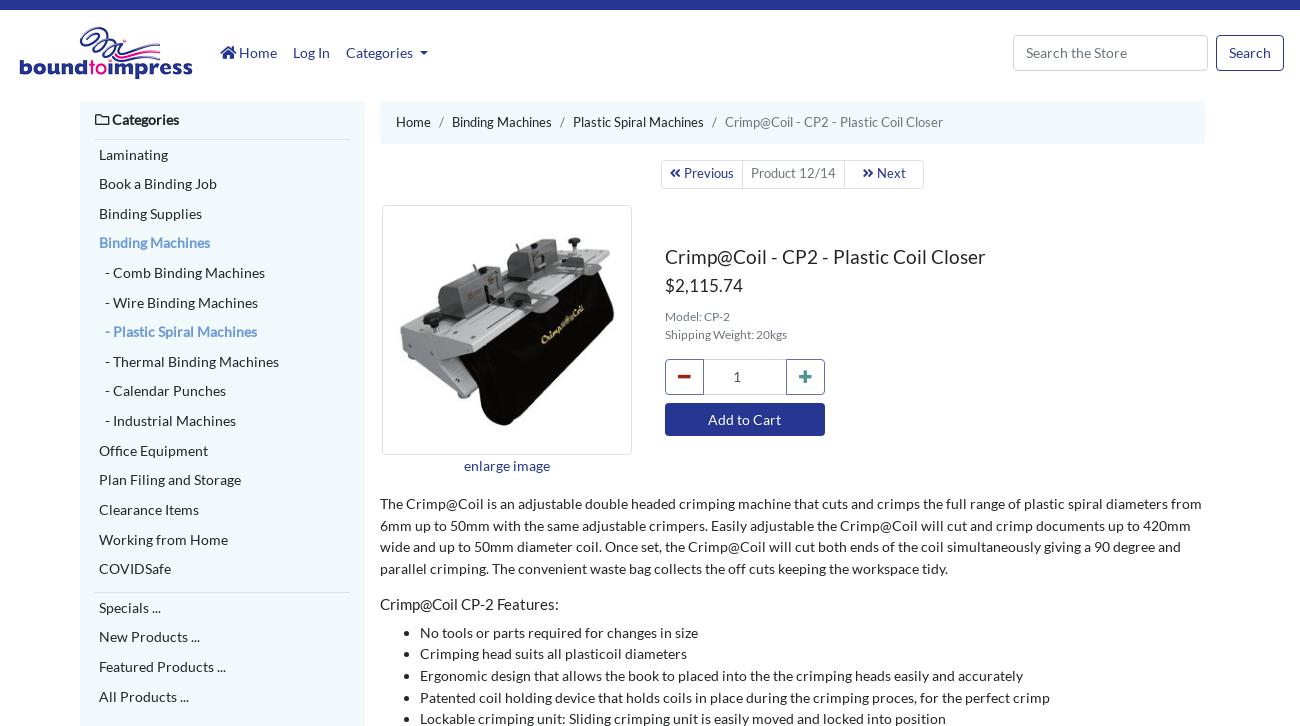  I want to click on 'Plastic Spiral Machines', so click(638, 121).